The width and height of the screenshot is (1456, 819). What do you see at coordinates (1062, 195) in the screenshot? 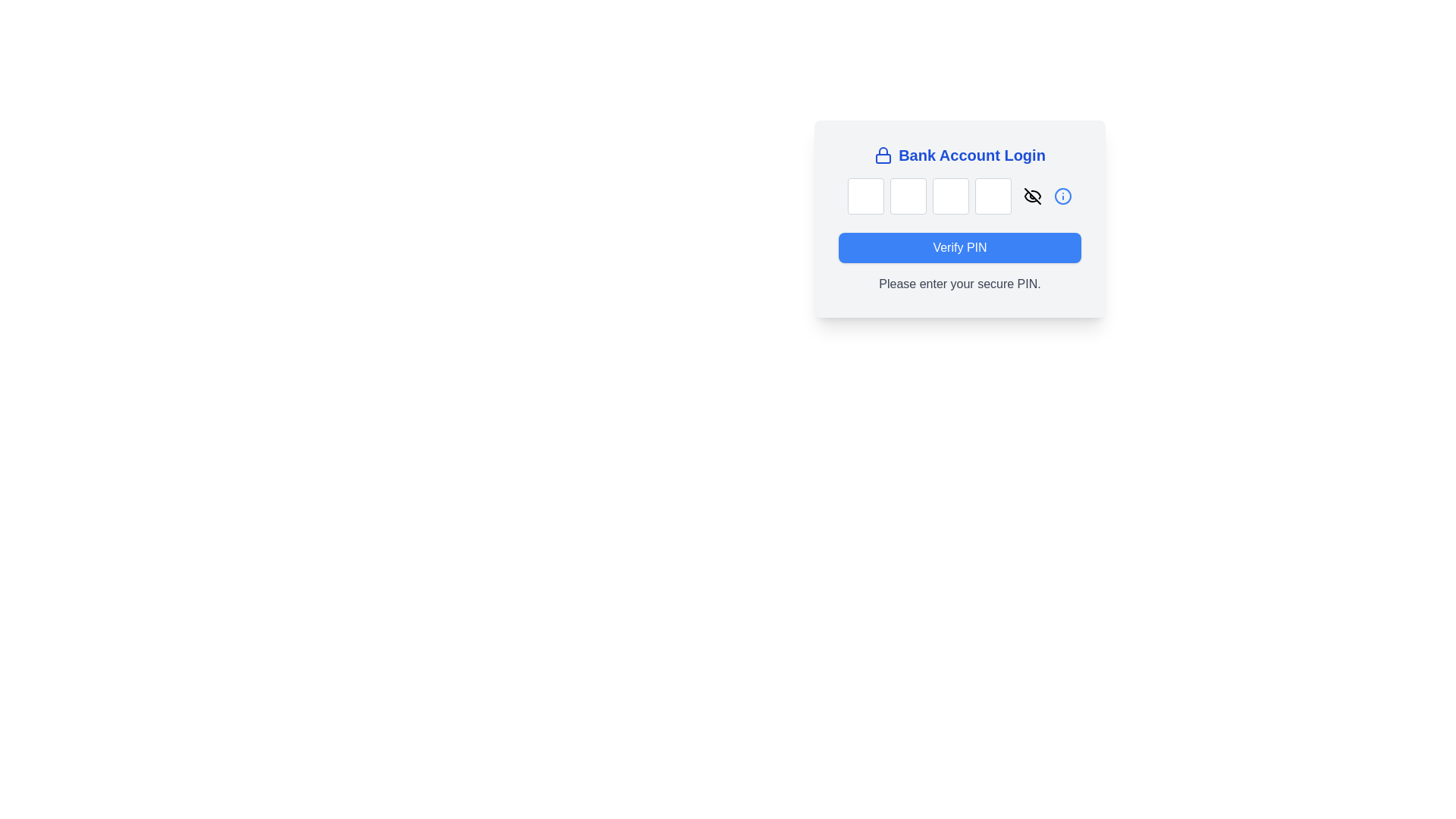
I see `the SVG Circle icon with a 10-unit radius located adjacent to PIN input fields` at bounding box center [1062, 195].